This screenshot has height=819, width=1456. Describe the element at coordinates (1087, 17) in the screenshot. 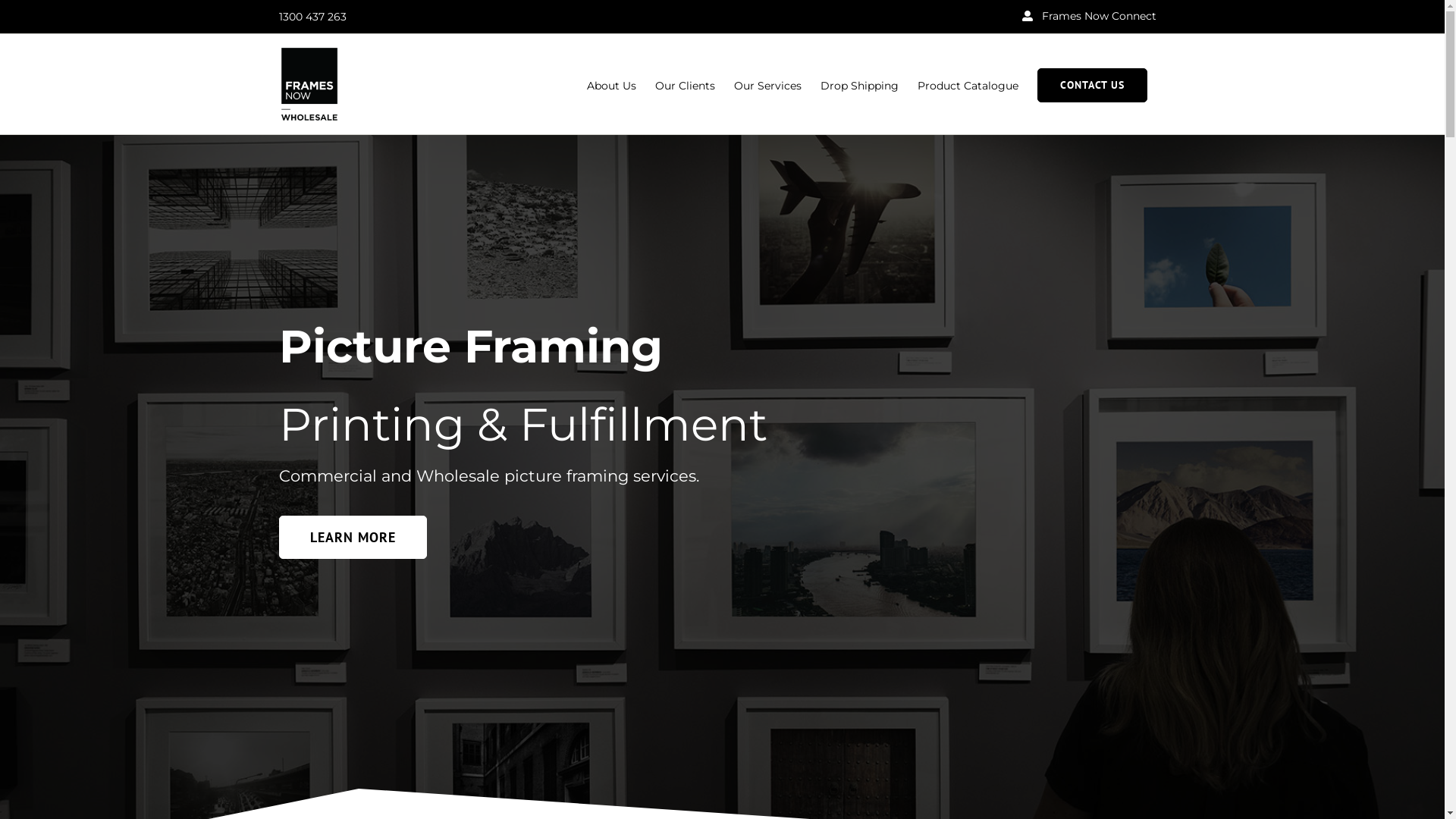

I see `'Frames Now Connect'` at that location.